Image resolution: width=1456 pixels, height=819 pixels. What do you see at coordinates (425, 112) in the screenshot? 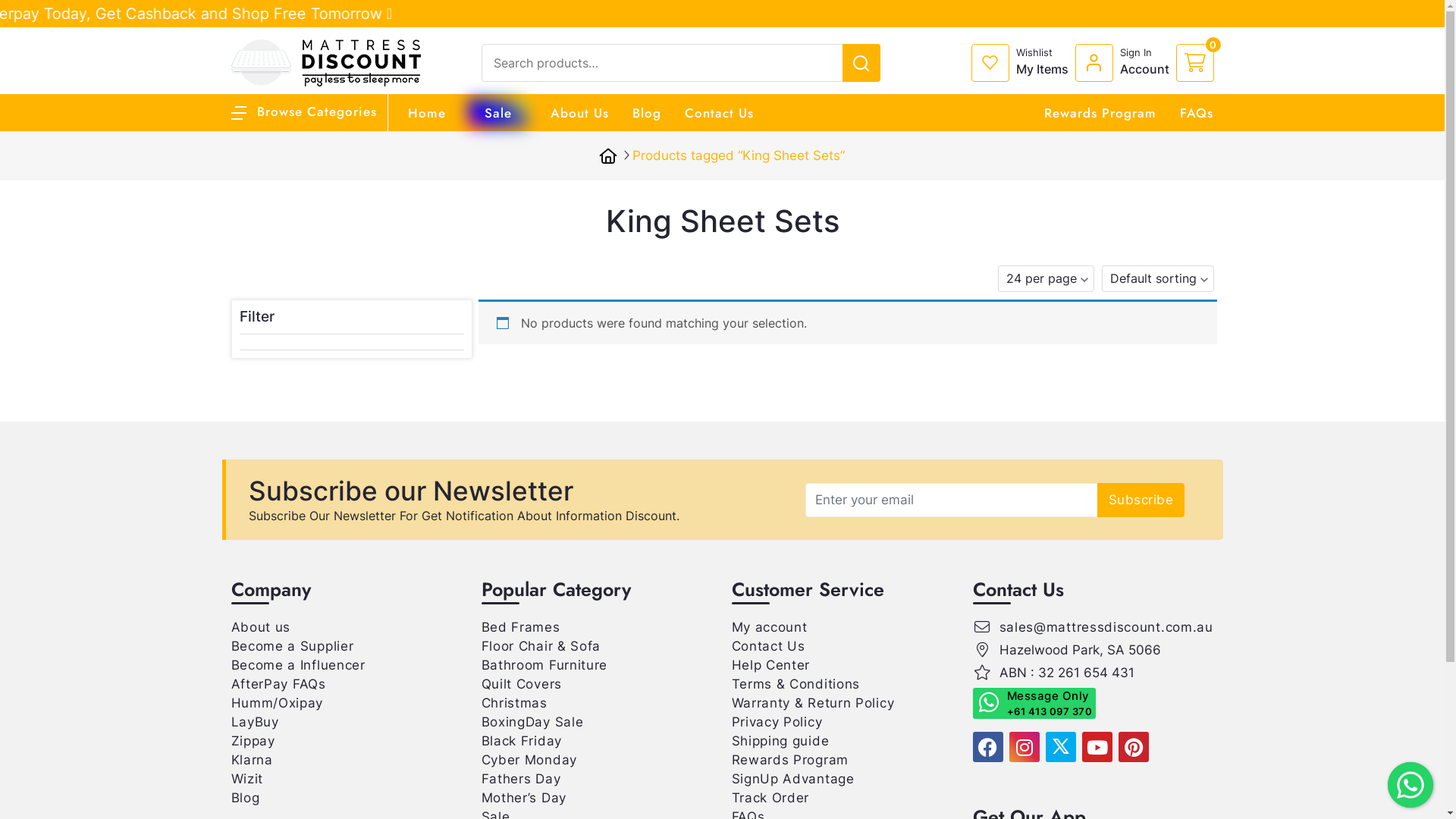
I see `'Home'` at bounding box center [425, 112].